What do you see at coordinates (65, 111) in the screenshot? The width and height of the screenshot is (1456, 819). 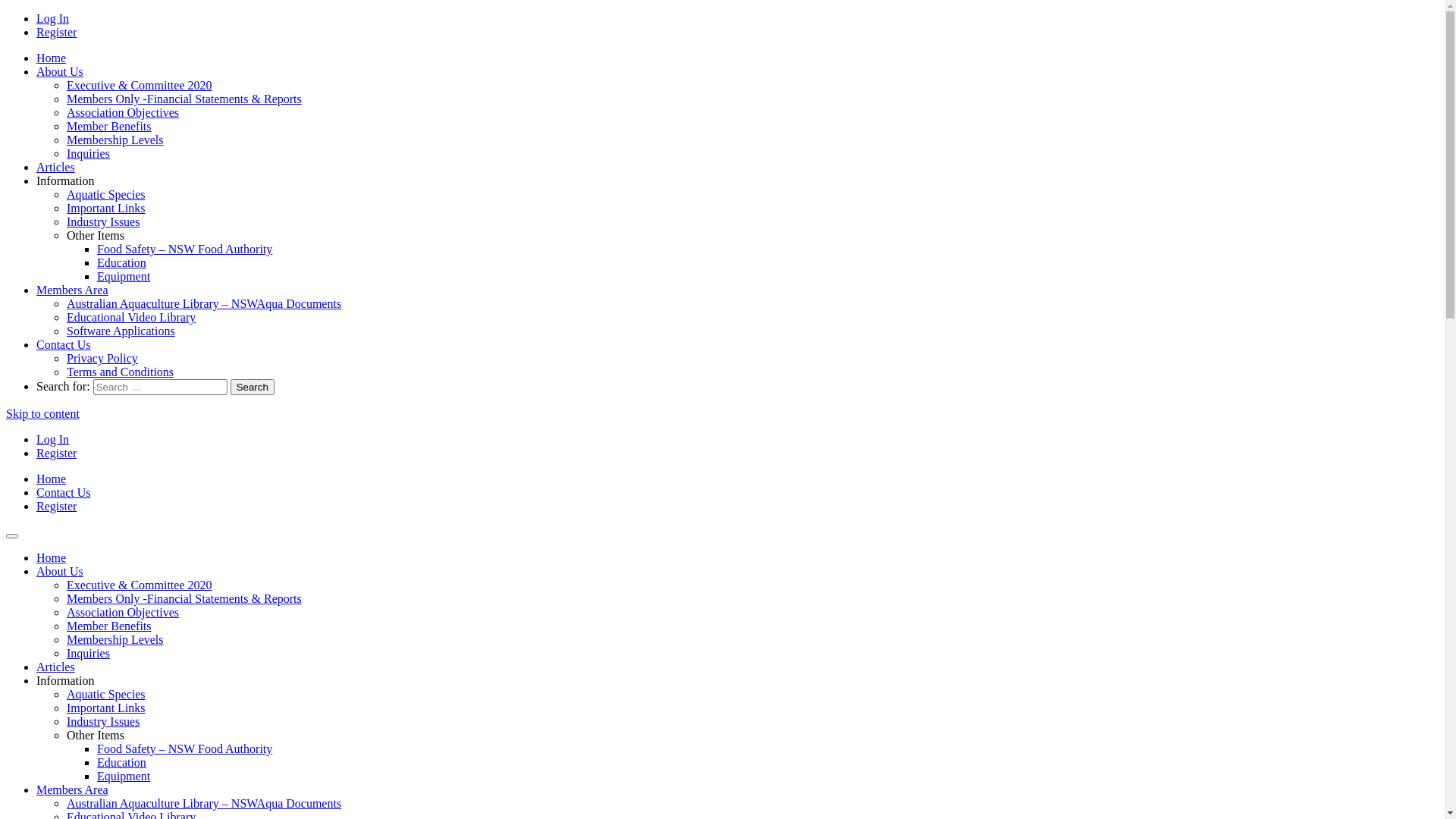 I see `'Association Objectives'` at bounding box center [65, 111].